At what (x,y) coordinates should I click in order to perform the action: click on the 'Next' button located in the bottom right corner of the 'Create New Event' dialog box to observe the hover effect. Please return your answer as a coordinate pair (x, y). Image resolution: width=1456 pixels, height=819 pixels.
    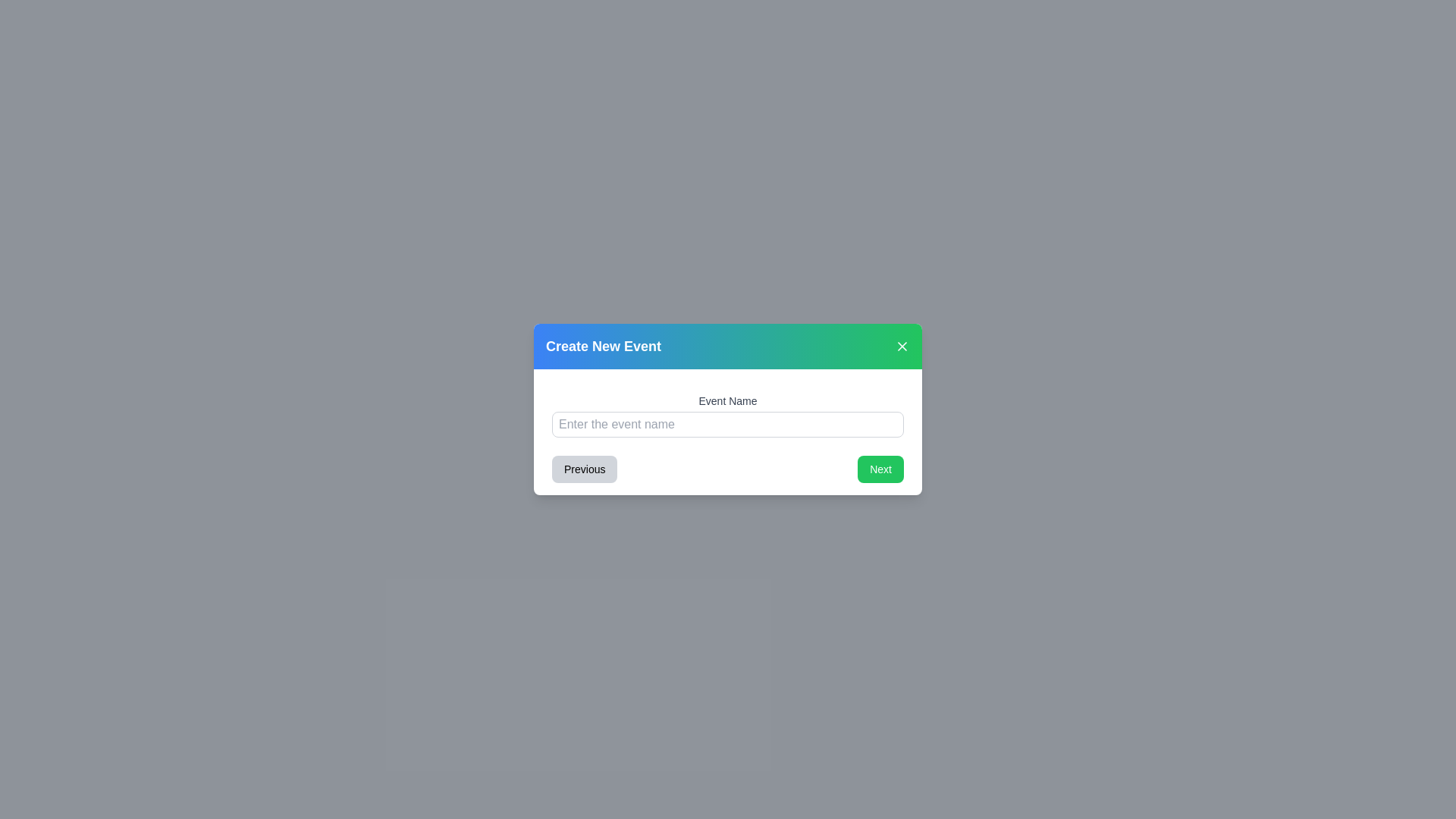
    Looking at the image, I should click on (880, 468).